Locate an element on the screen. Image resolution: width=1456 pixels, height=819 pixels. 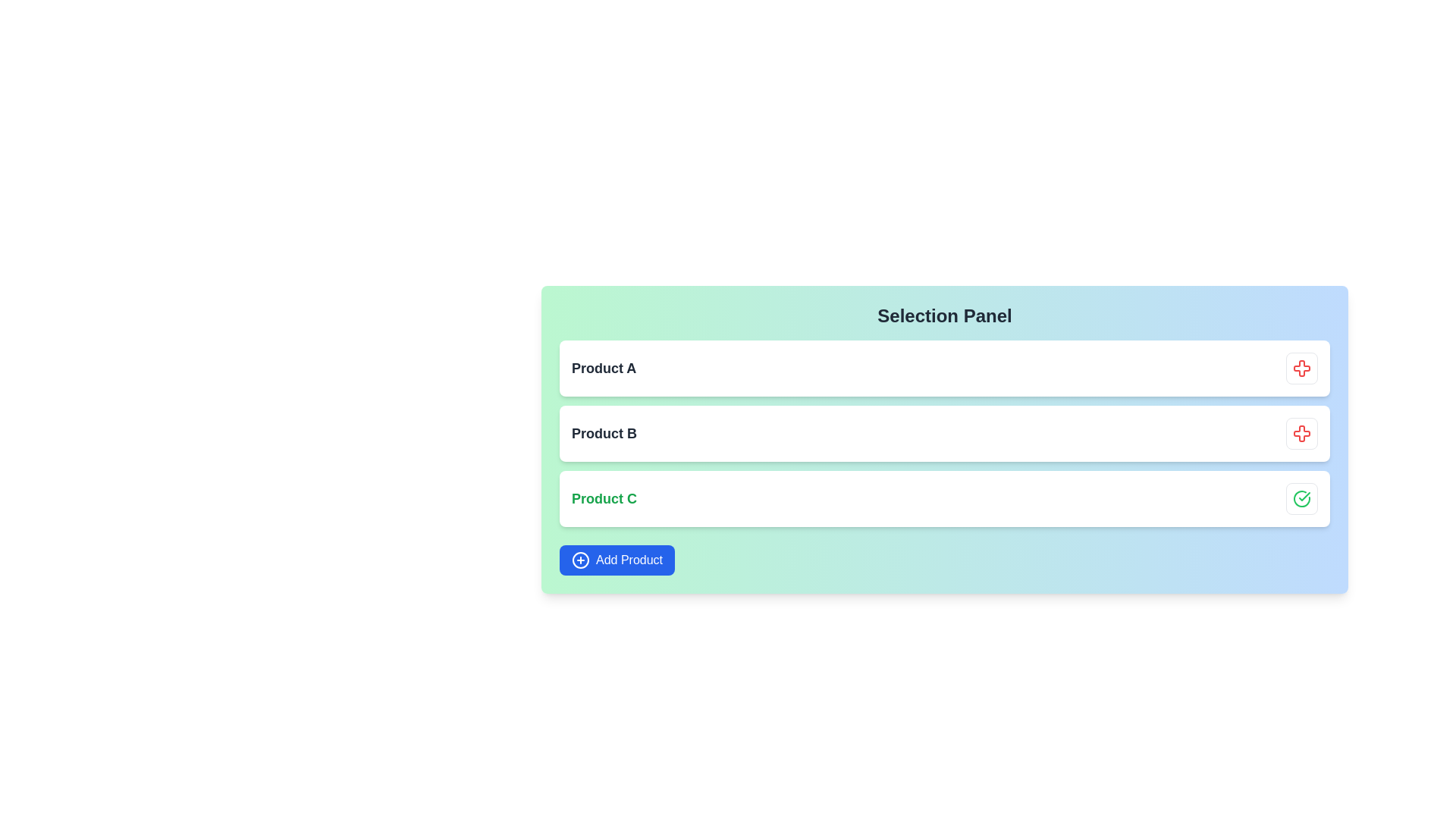
the 'Add Product' button, which is a rectangular button with a bright blue background and white text, located at the bottom-left corner of the panel containing products labeled 'Product A', 'Product B', and 'Product C' is located at coordinates (617, 560).